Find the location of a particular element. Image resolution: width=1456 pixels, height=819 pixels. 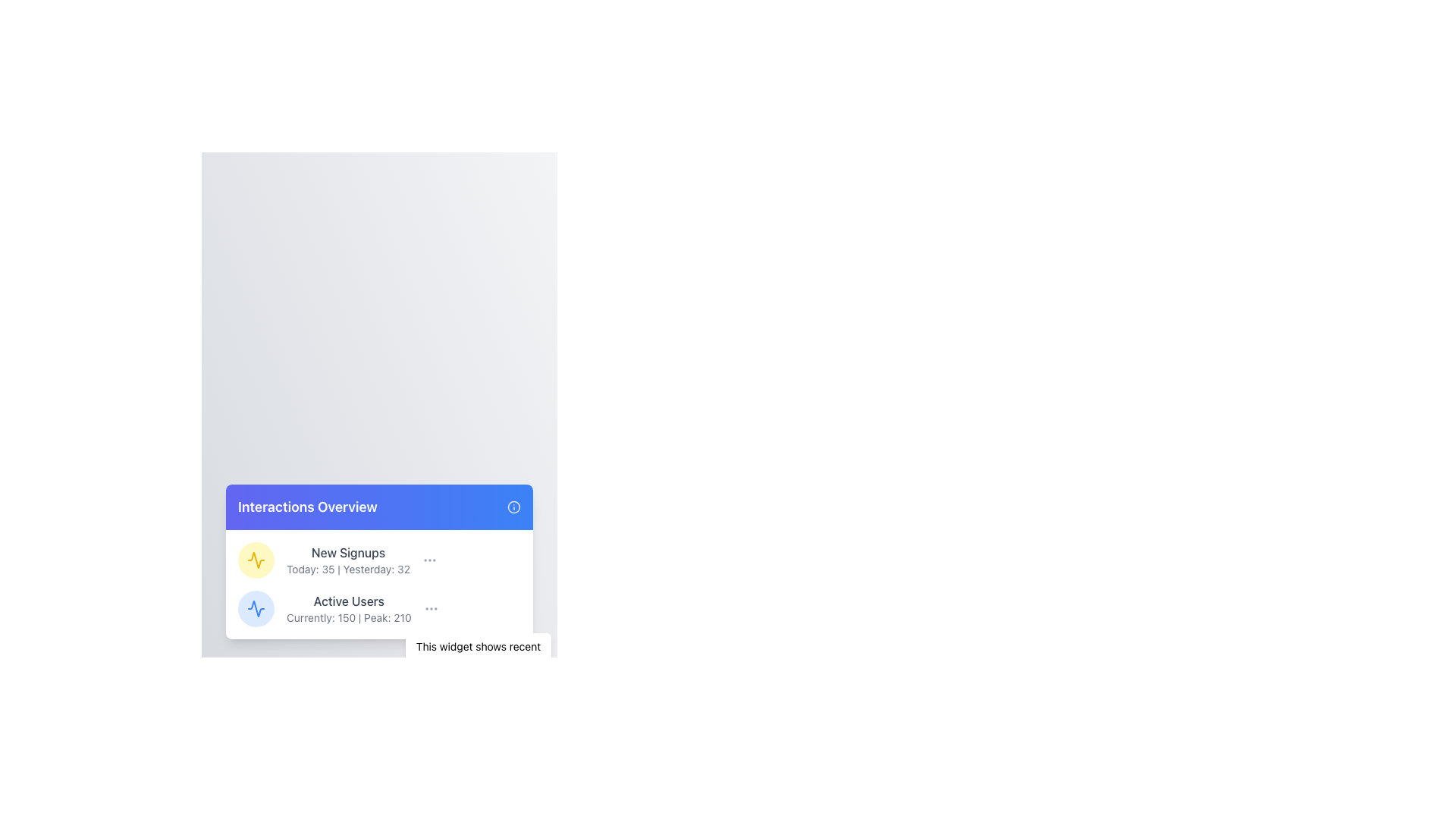

the action icon located on the far right side of the blue header section labeled 'Interactions Overview' is located at coordinates (513, 507).